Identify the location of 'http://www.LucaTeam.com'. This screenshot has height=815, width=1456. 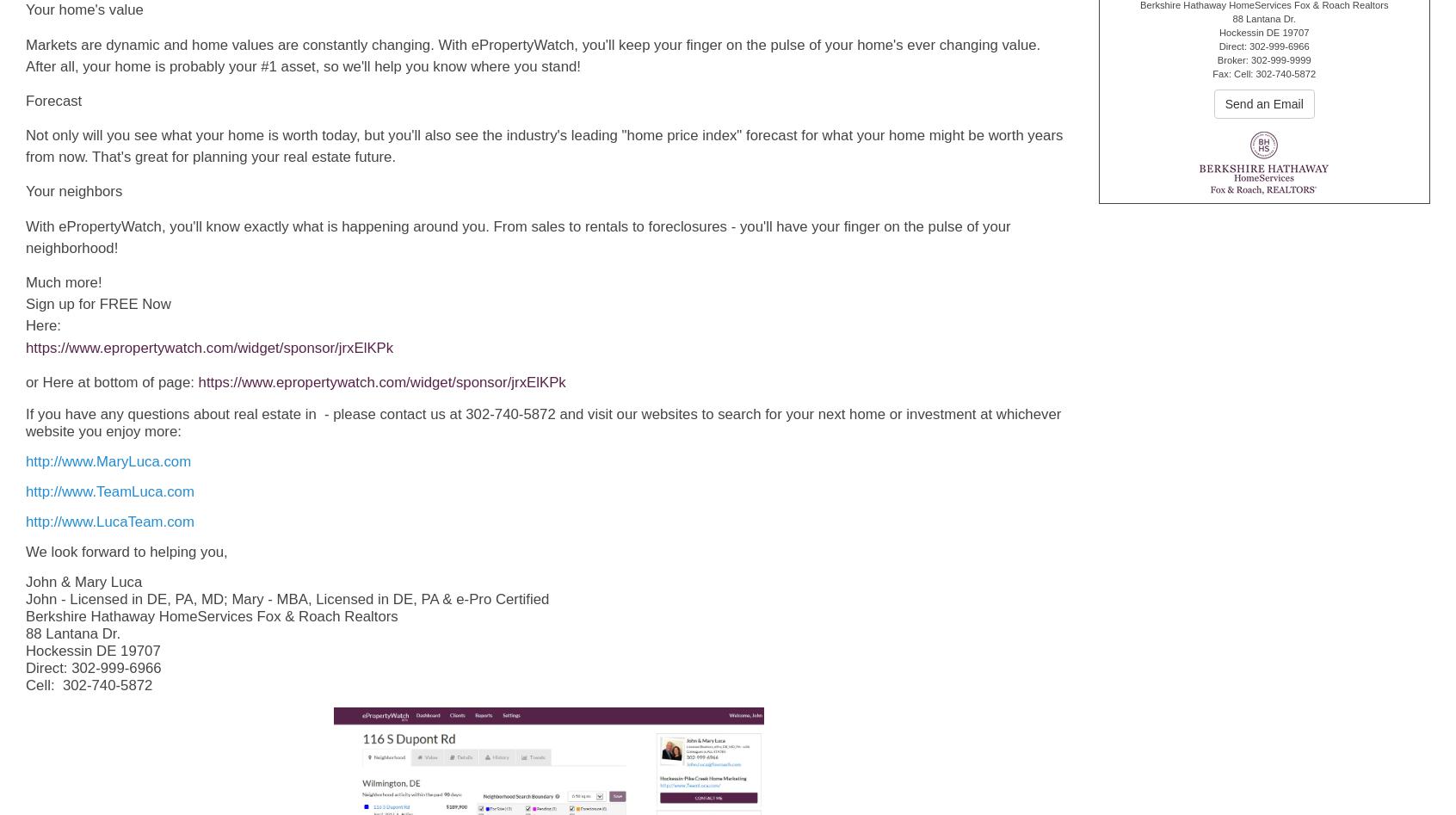
(109, 521).